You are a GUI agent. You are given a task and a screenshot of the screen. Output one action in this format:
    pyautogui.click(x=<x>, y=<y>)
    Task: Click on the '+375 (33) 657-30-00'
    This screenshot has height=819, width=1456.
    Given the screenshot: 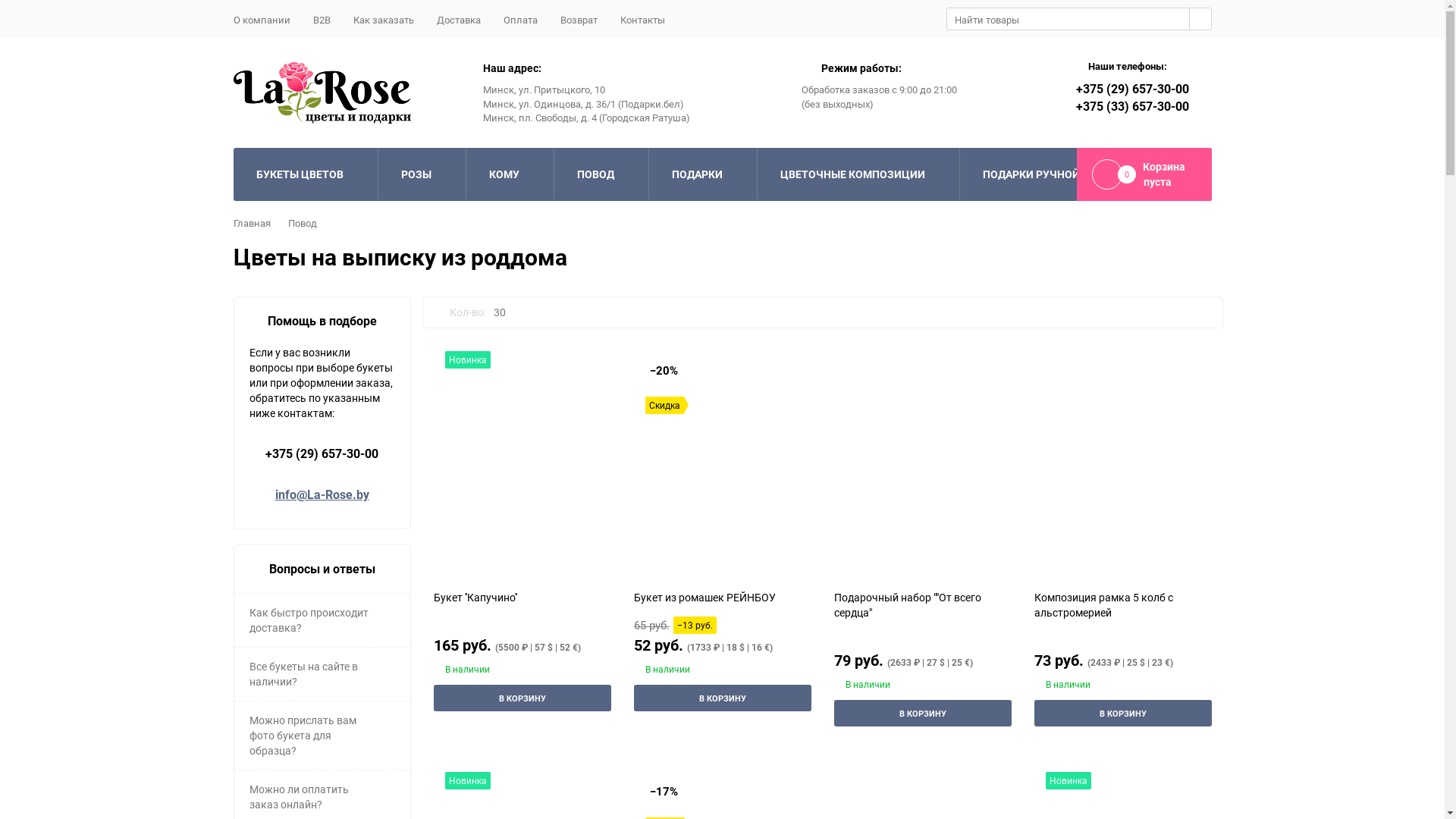 What is the action you would take?
    pyautogui.click(x=1074, y=105)
    